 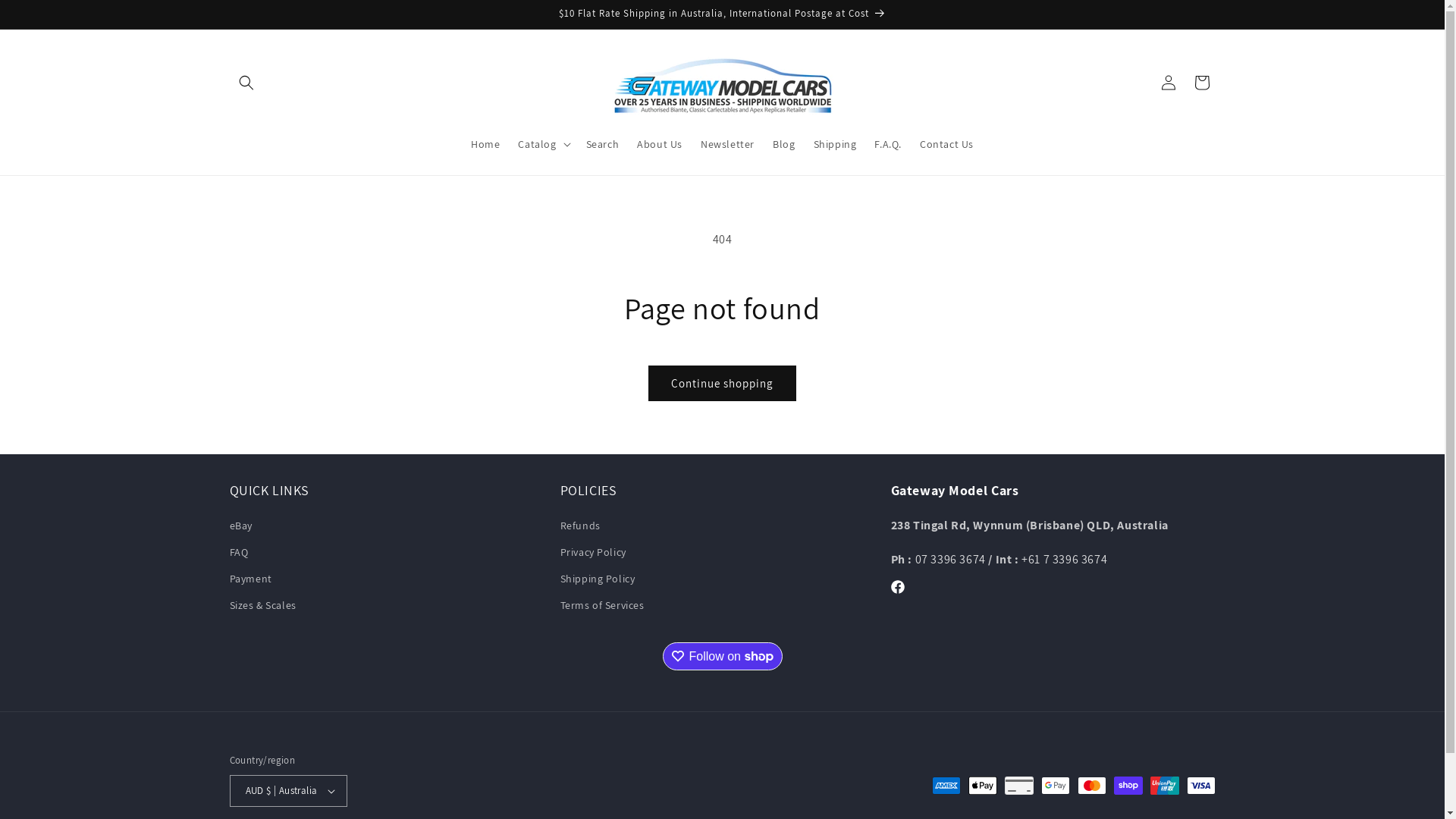 I want to click on 'FAQ', so click(x=237, y=552).